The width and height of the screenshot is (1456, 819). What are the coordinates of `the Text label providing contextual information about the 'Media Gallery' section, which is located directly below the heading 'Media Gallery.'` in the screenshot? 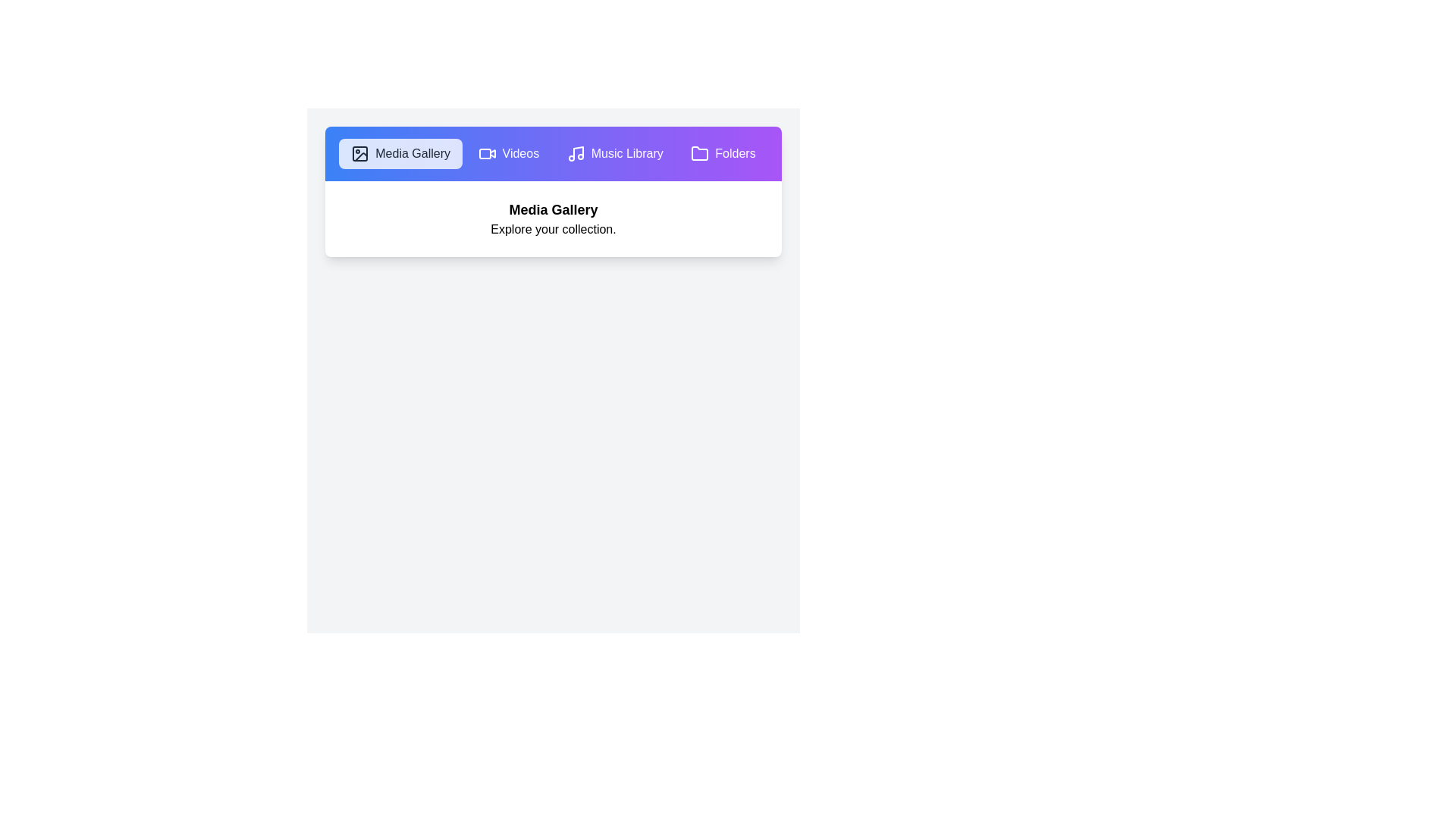 It's located at (552, 230).